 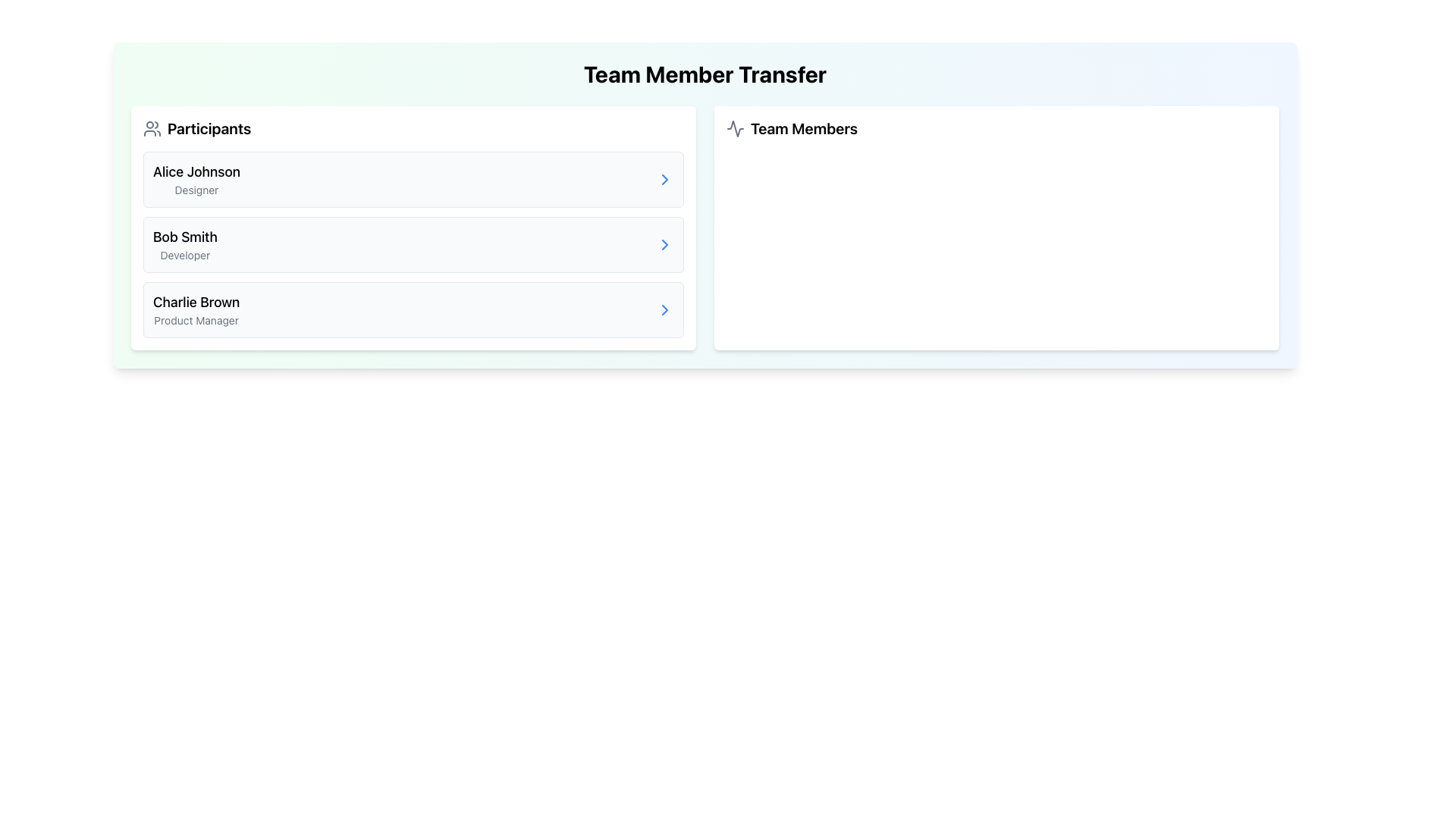 I want to click on the textual display component for 'Charlie Brown' labeled as 'Product Manager' in the list of participants, so click(x=196, y=309).